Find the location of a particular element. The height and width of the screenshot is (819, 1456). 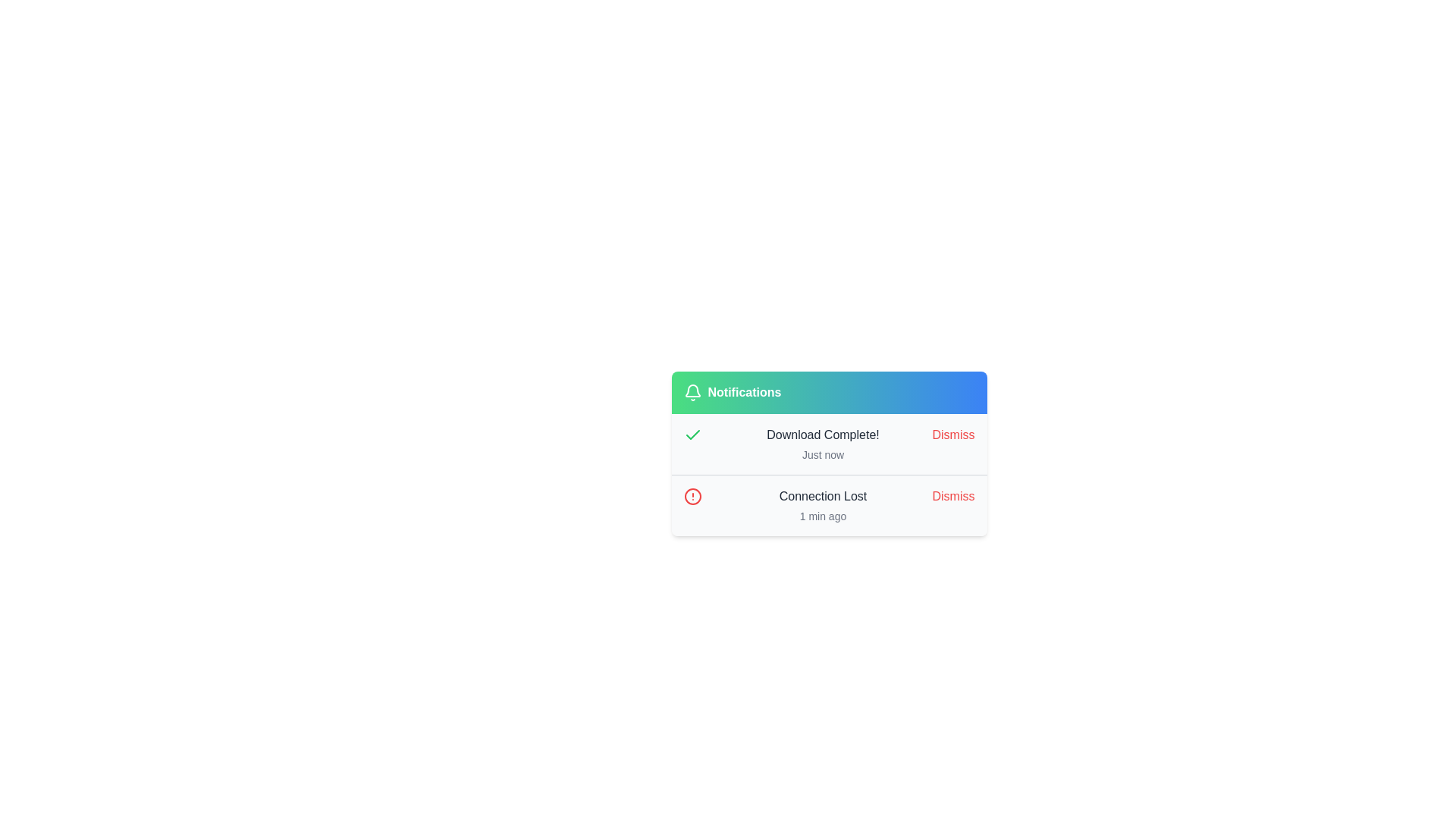

the bell icon in the top green section of the notification panel, which represents notifications and is aligned on the left side of the 'Notifications' label is located at coordinates (692, 390).